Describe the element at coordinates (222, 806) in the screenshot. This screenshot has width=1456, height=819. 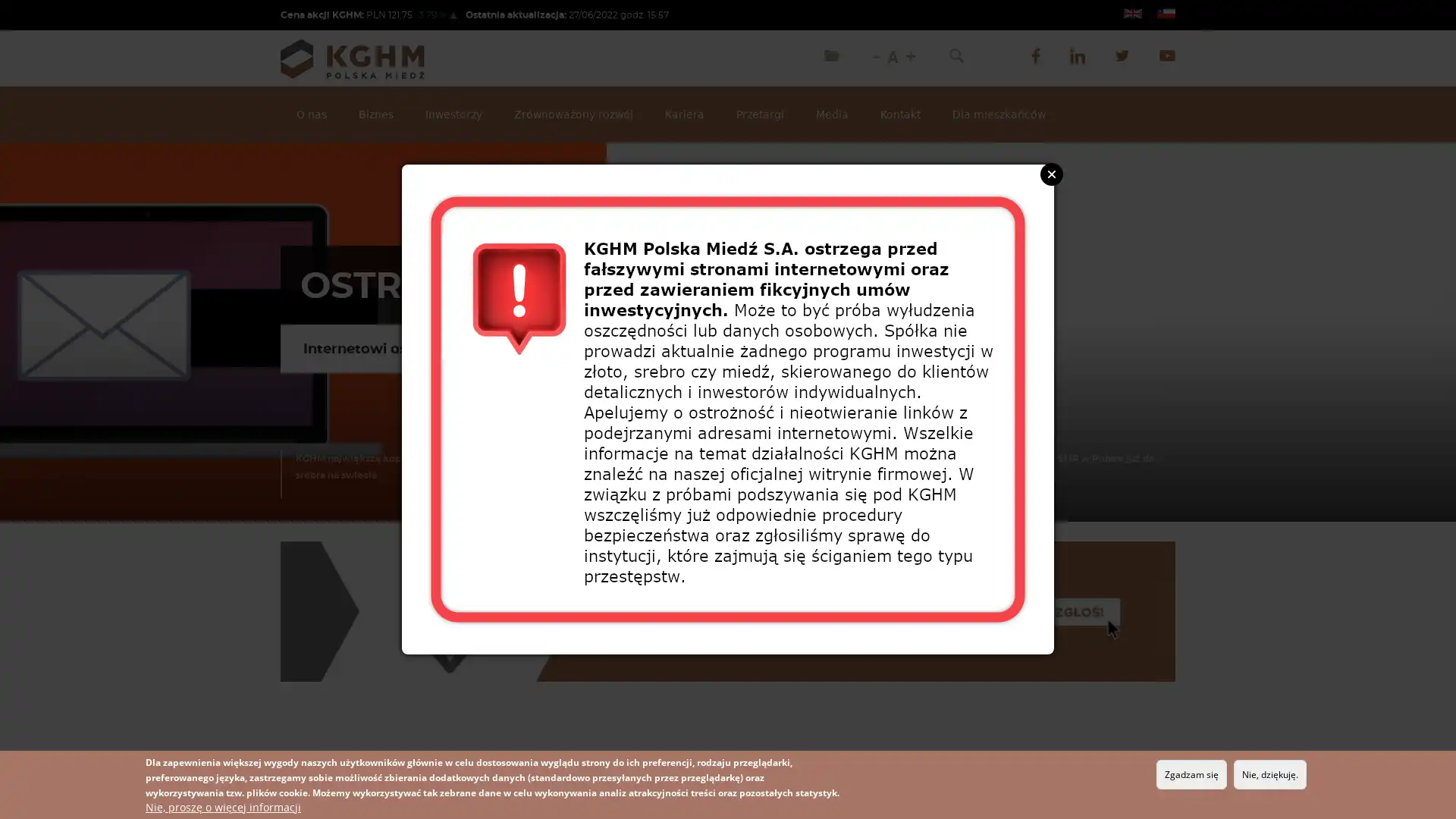
I see `Nie, prosze o wiecej informacji` at that location.